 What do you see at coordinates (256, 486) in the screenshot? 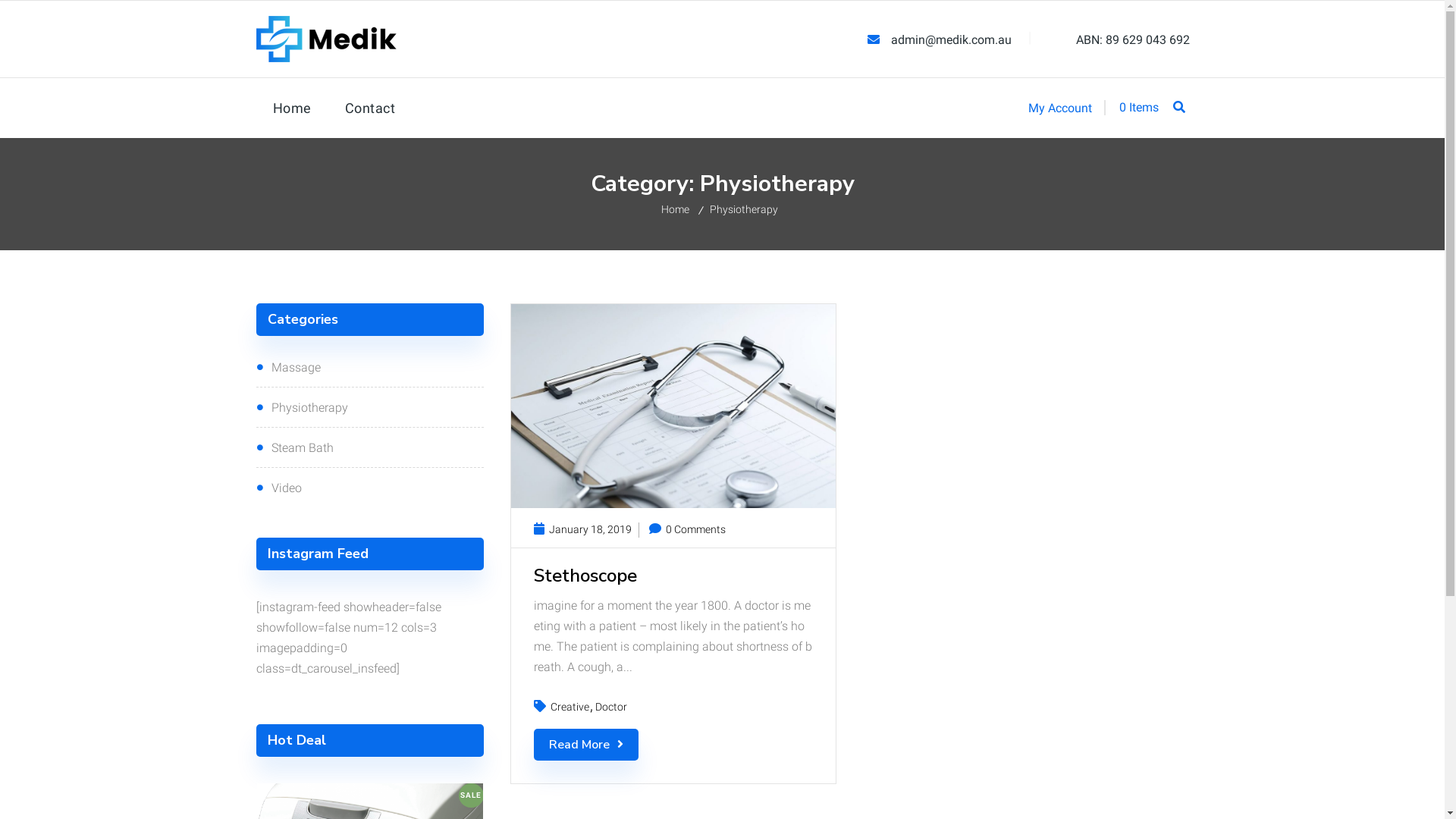
I see `'Video'` at bounding box center [256, 486].